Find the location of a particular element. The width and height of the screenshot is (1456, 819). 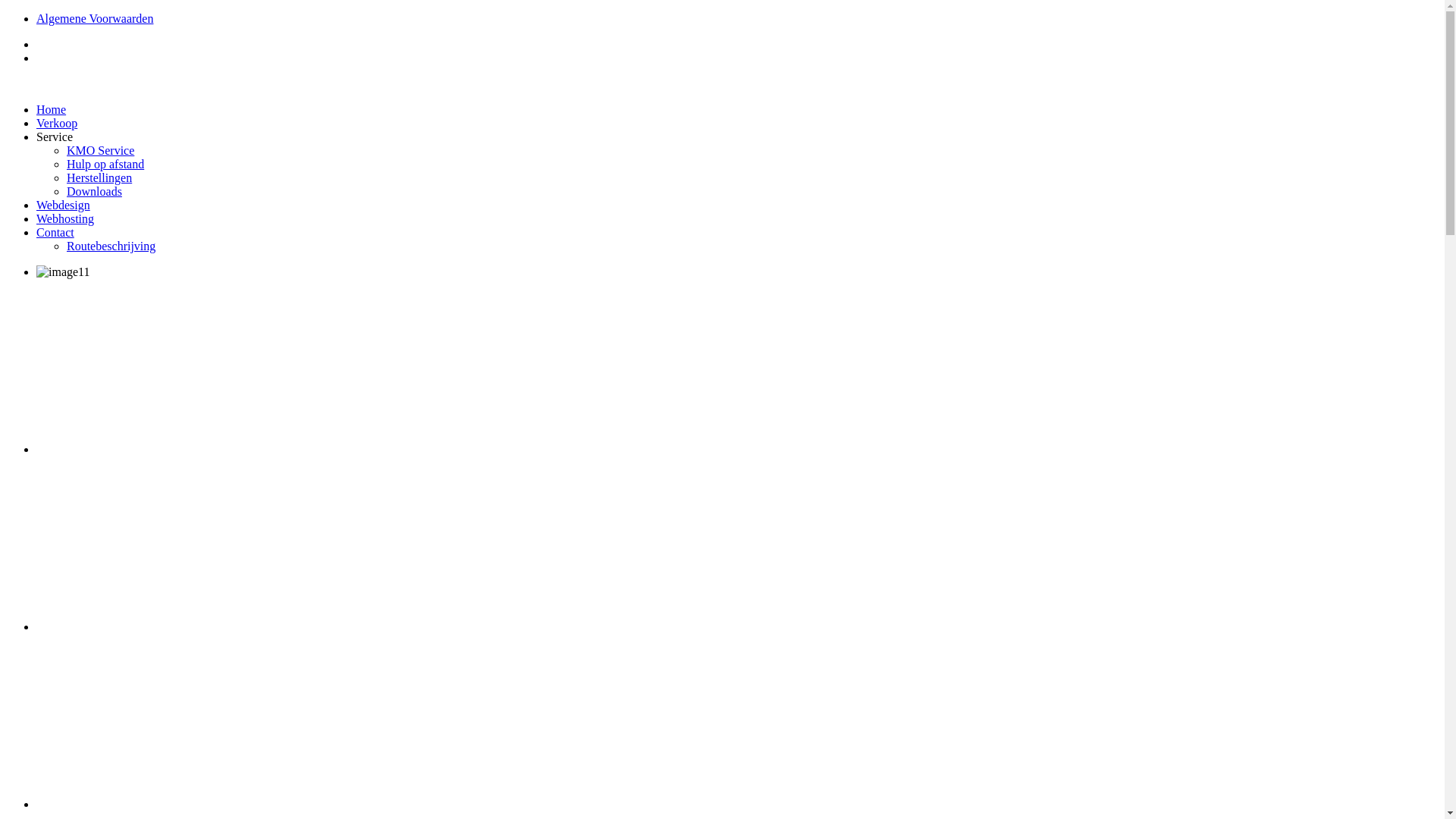

'Contact' is located at coordinates (36, 232).